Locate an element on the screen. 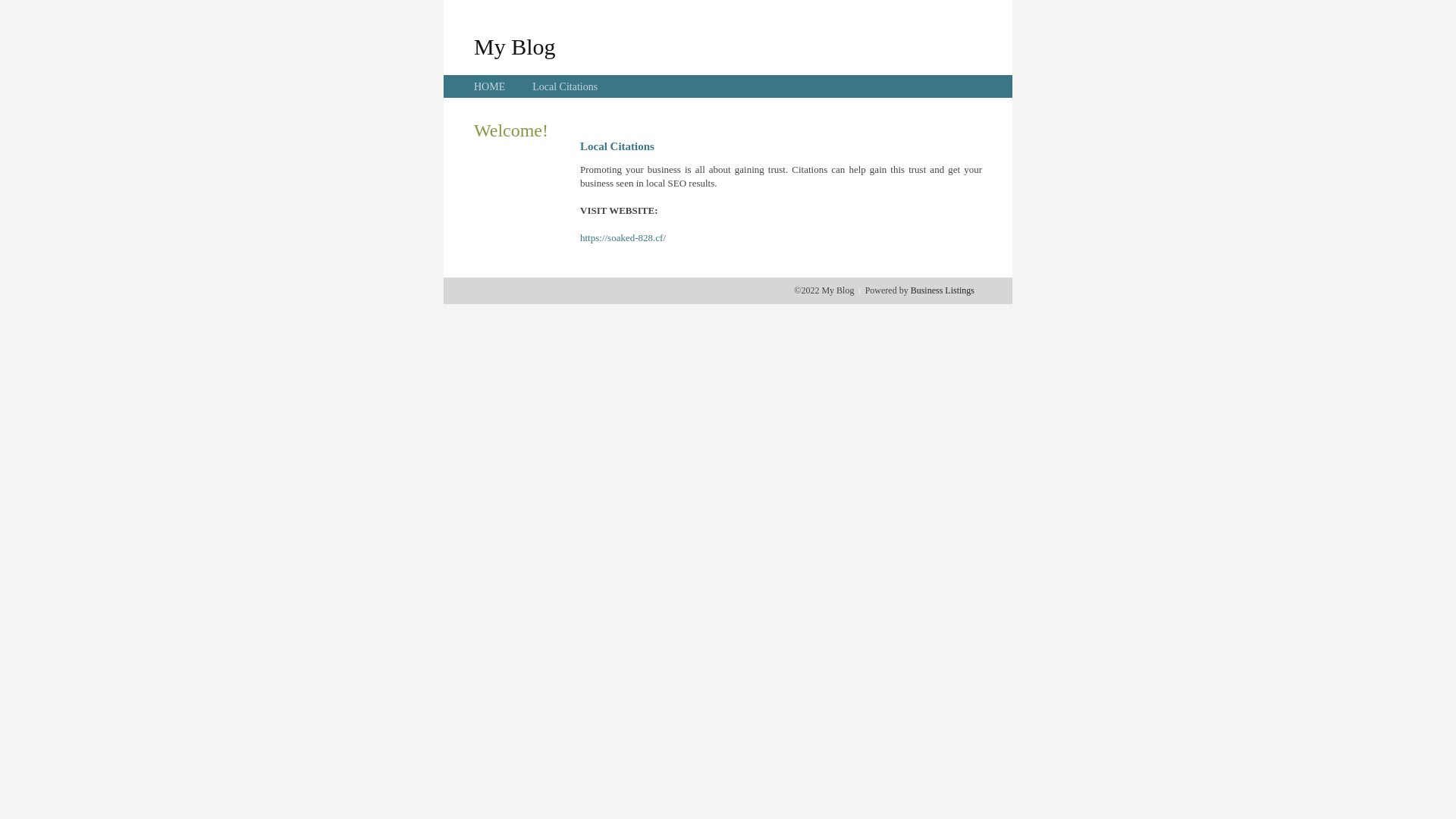 The height and width of the screenshot is (819, 1456). 'https://soaked-828.cf/' is located at coordinates (623, 237).